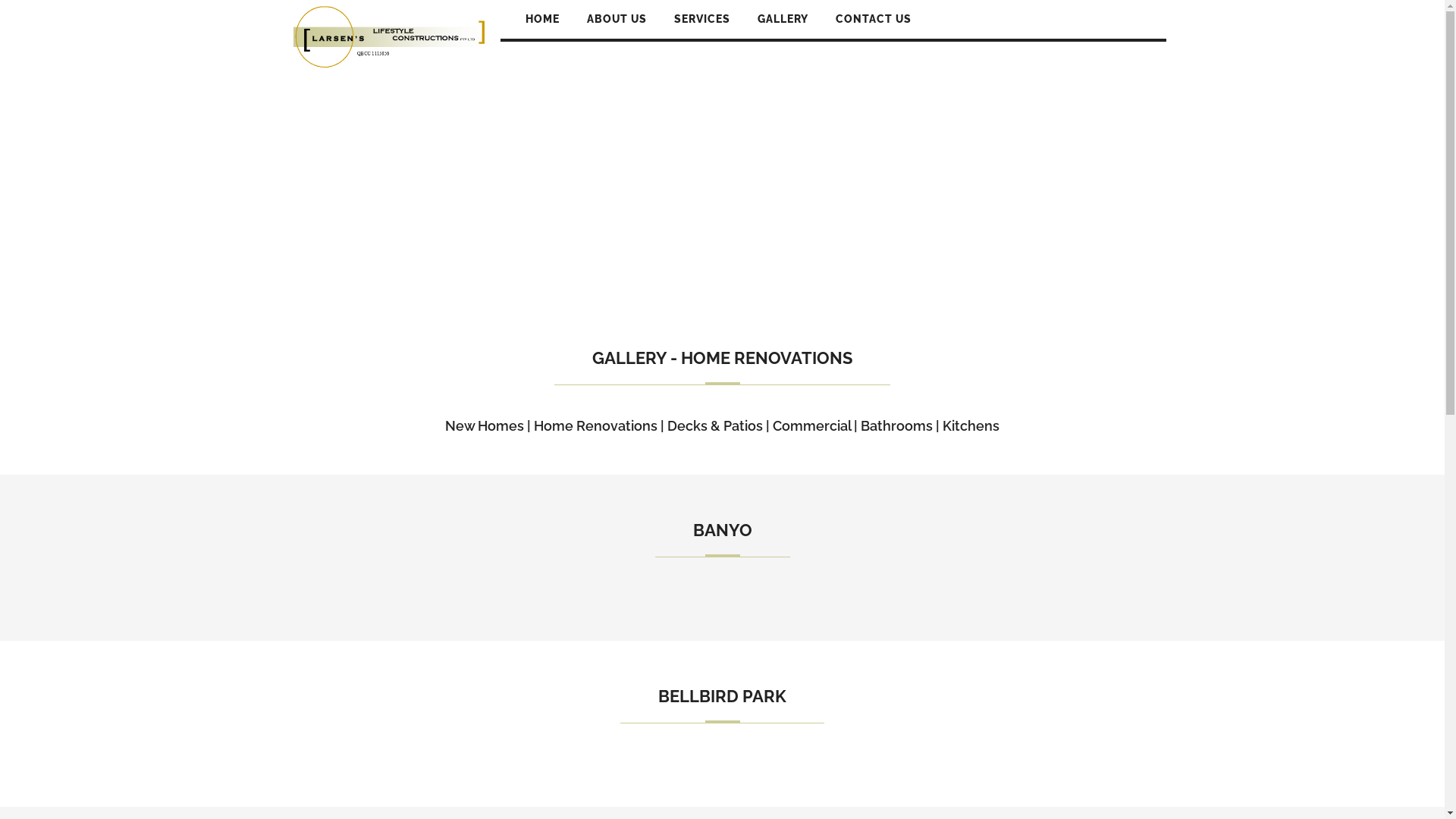 The height and width of the screenshot is (819, 1456). Describe the element at coordinates (444, 425) in the screenshot. I see `'New Homes'` at that location.